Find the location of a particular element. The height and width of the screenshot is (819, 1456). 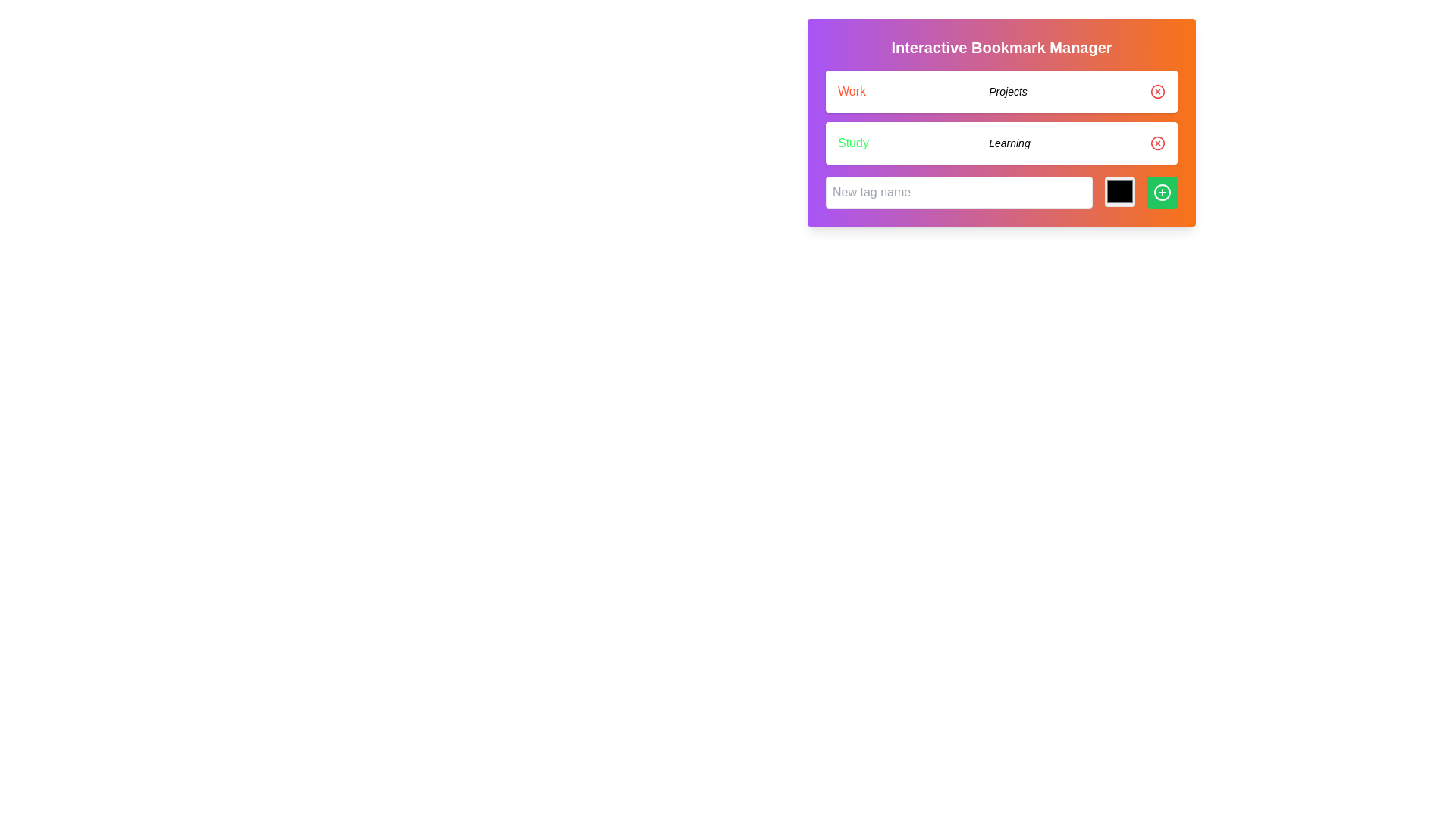

the interactive green rectangular button icon located at the bottom right corner of the interactive panel is located at coordinates (1161, 192).